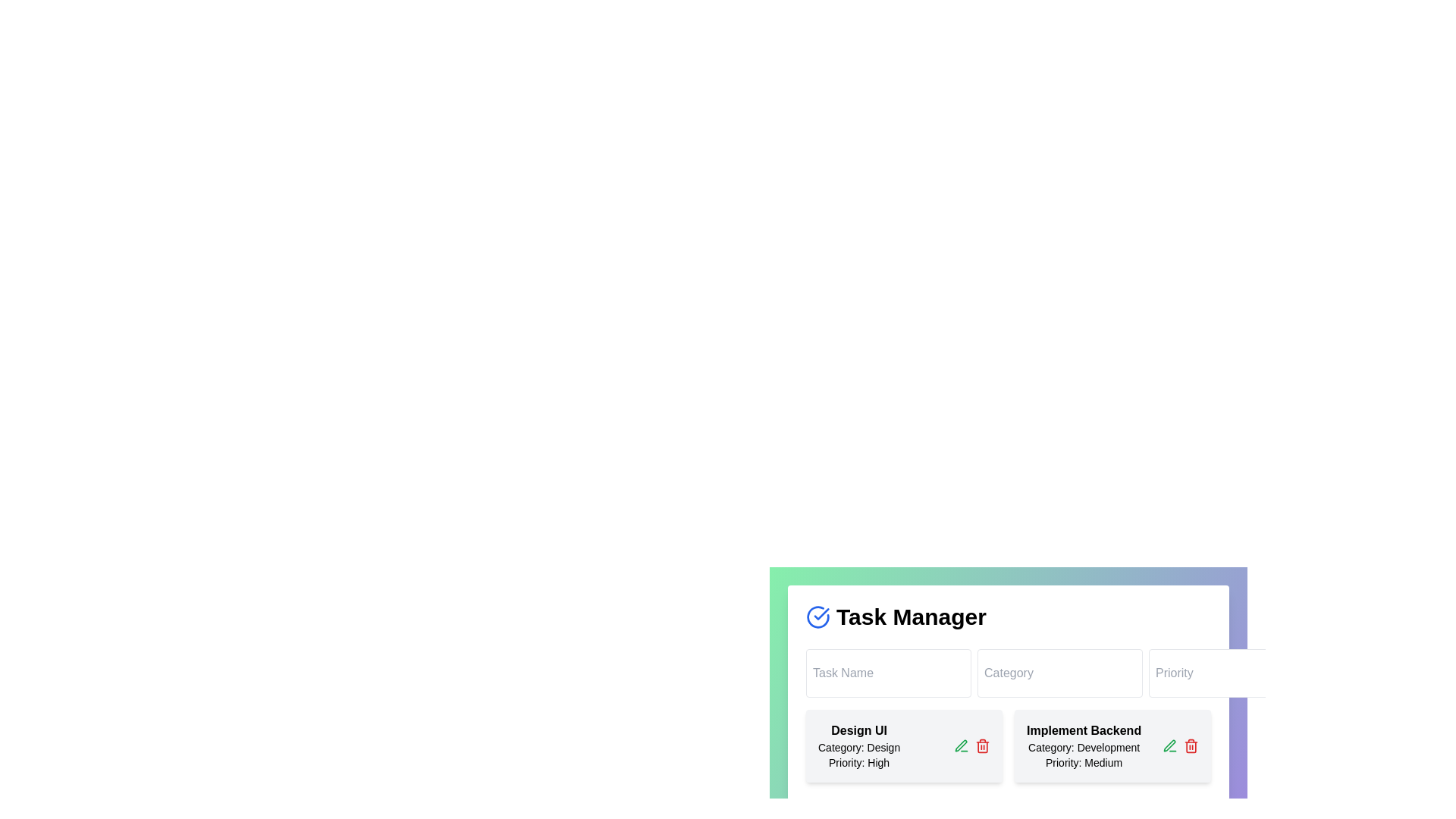 The image size is (1456, 819). I want to click on the green pen-shaped icon button located at the bottom right corner of the task card to activate its hover effects, so click(1169, 745).